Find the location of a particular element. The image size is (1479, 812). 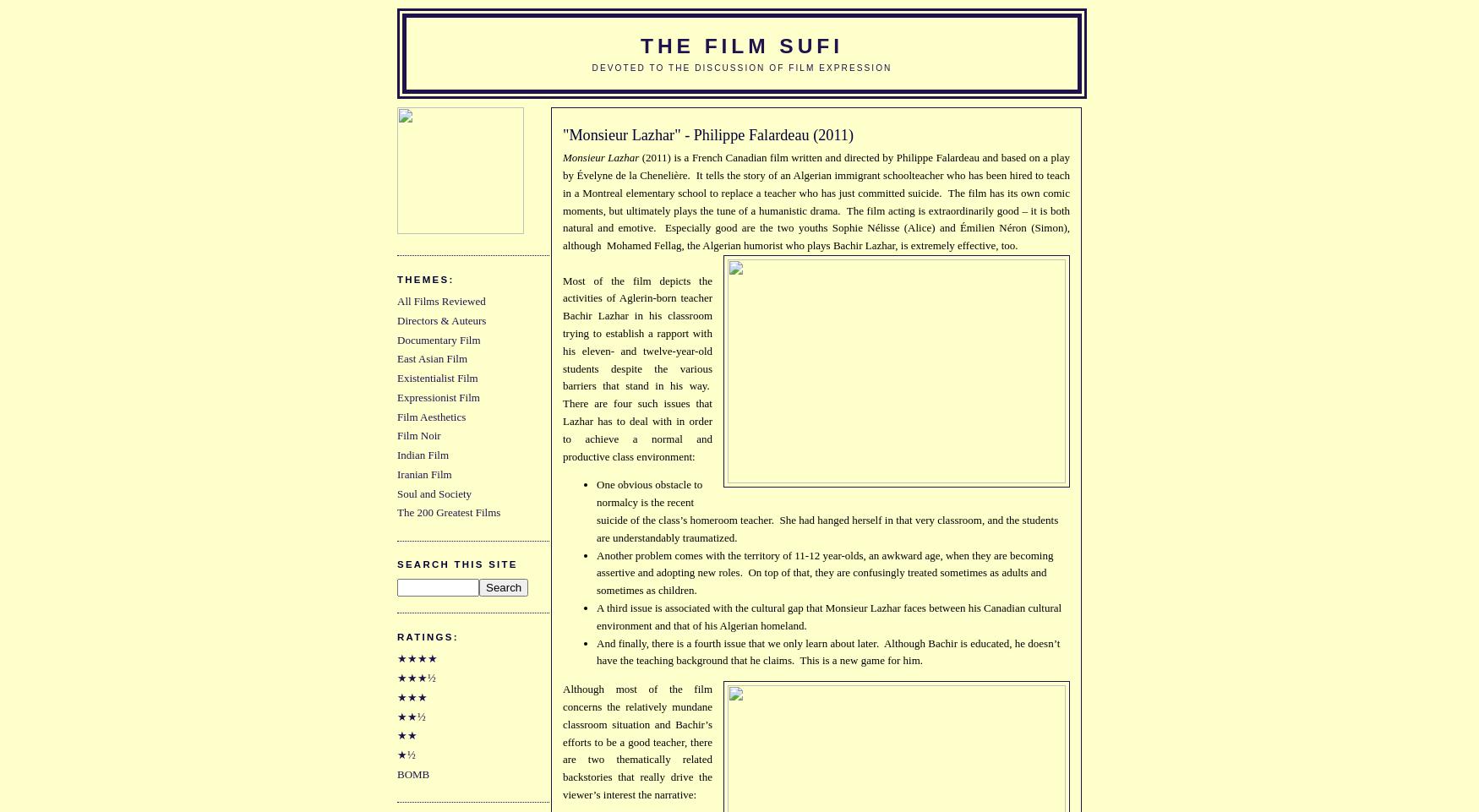

'"Monsieur Lazhar" - Philippe Falardeau (2011)' is located at coordinates (707, 134).